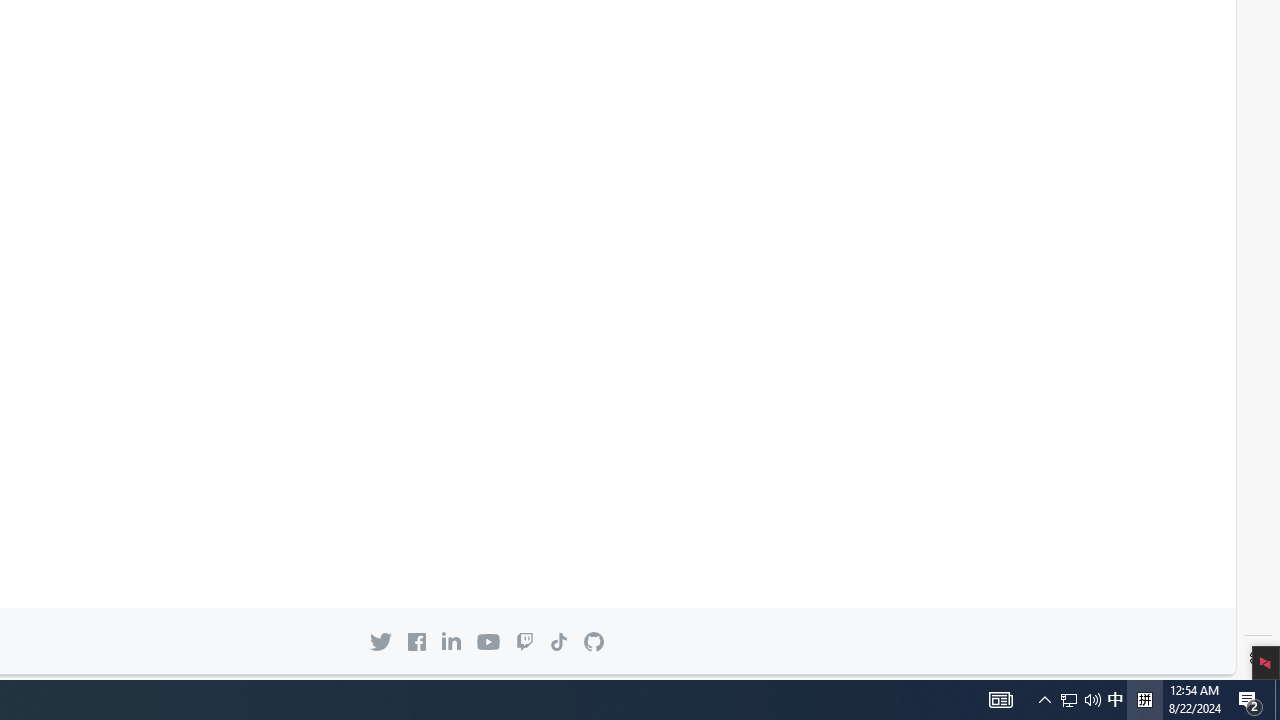 The image size is (1280, 720). Describe the element at coordinates (524, 641) in the screenshot. I see `'Twitch icon GitHub on Twitch'` at that location.